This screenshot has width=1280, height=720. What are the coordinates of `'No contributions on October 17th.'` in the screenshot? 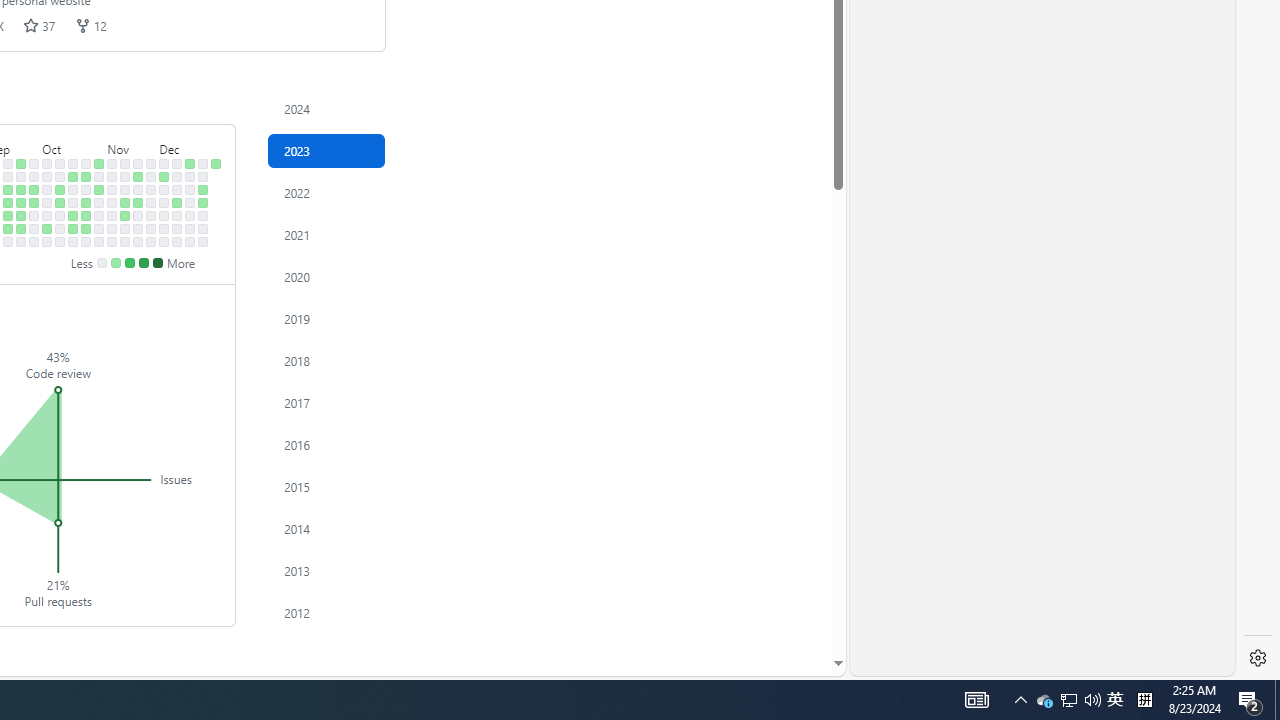 It's located at (73, 189).